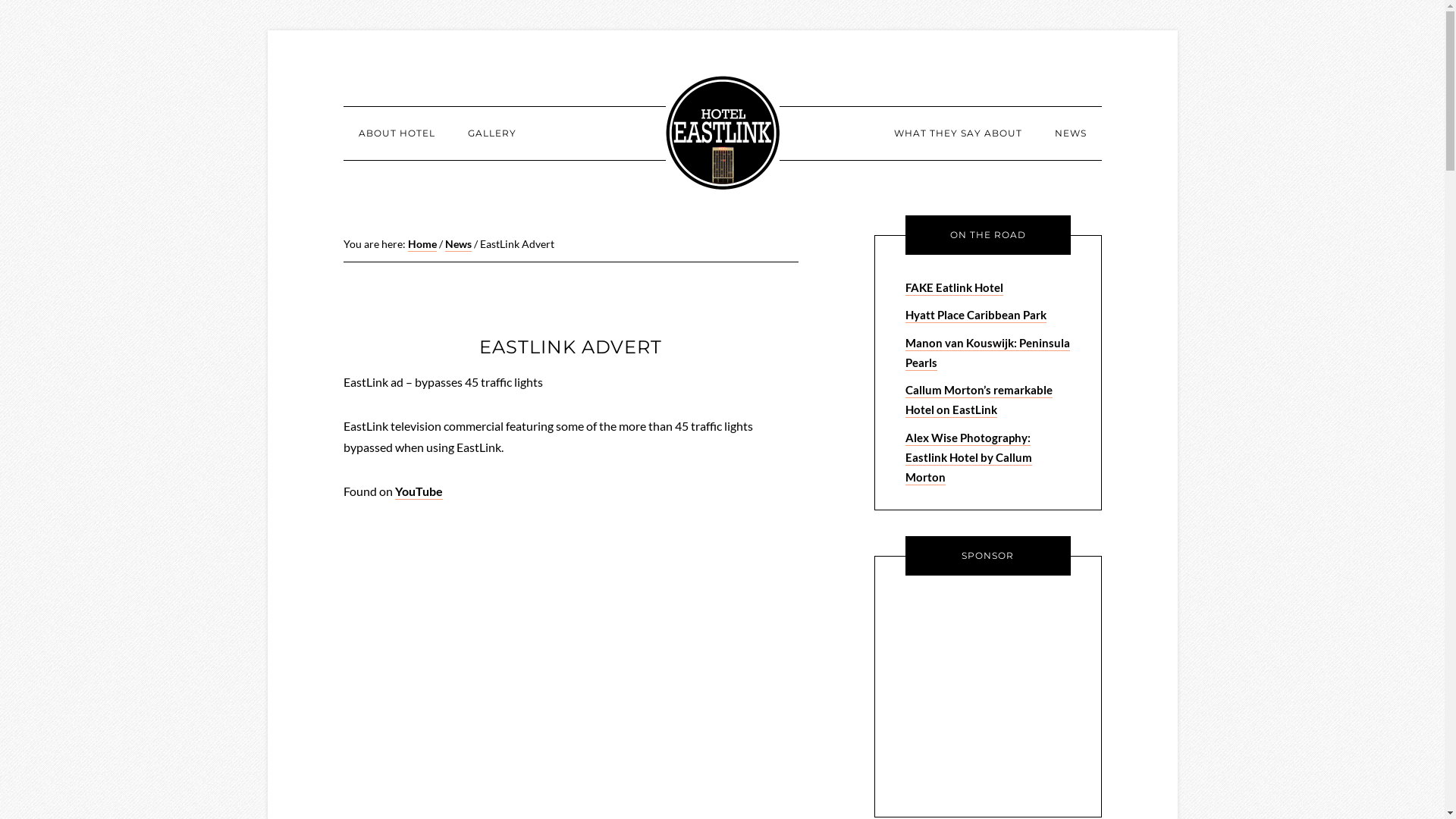 The width and height of the screenshot is (1456, 819). Describe the element at coordinates (666, 131) in the screenshot. I see `'HOTEL EASTLINK'` at that location.